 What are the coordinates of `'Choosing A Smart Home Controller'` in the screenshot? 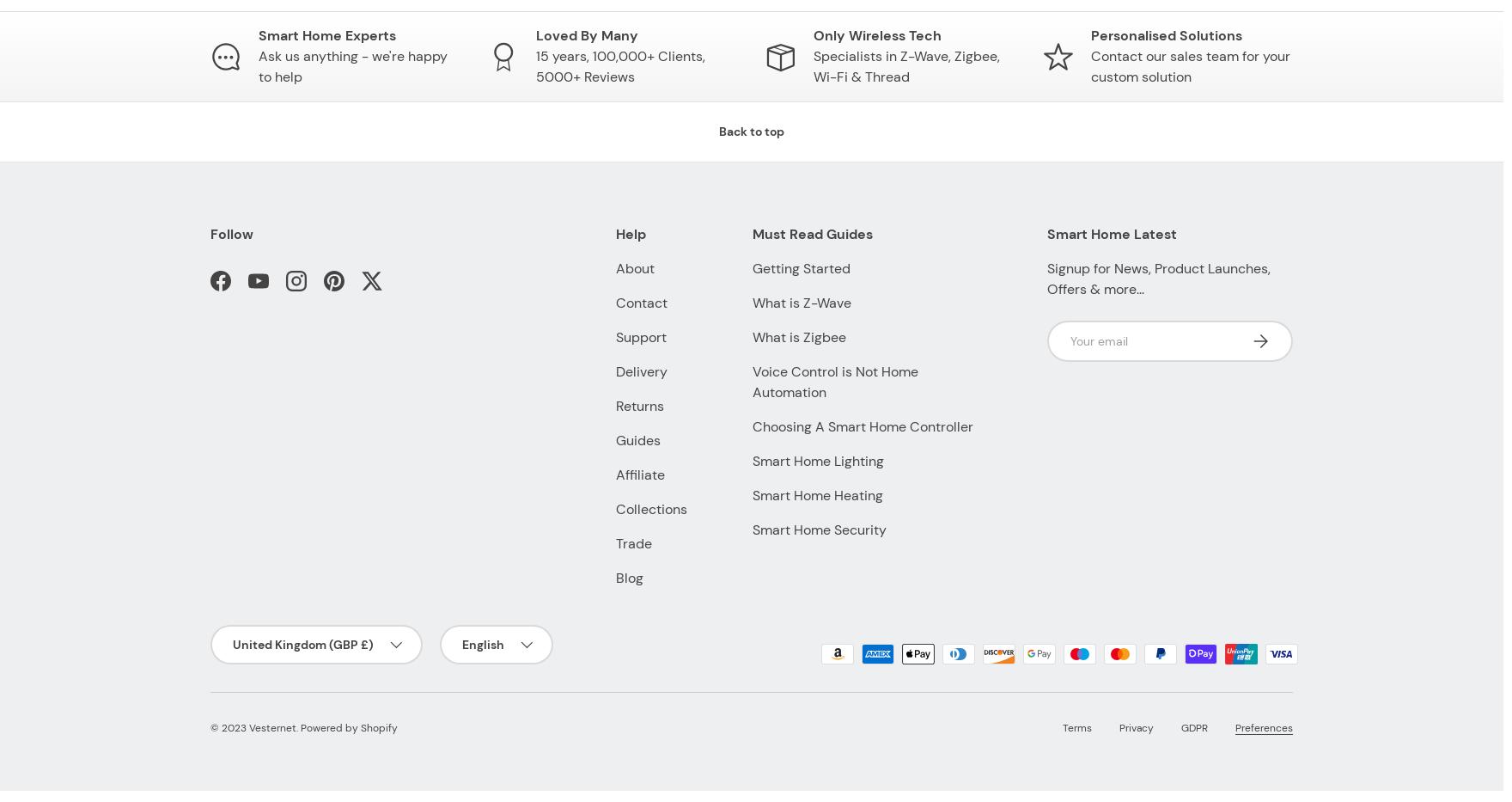 It's located at (751, 426).